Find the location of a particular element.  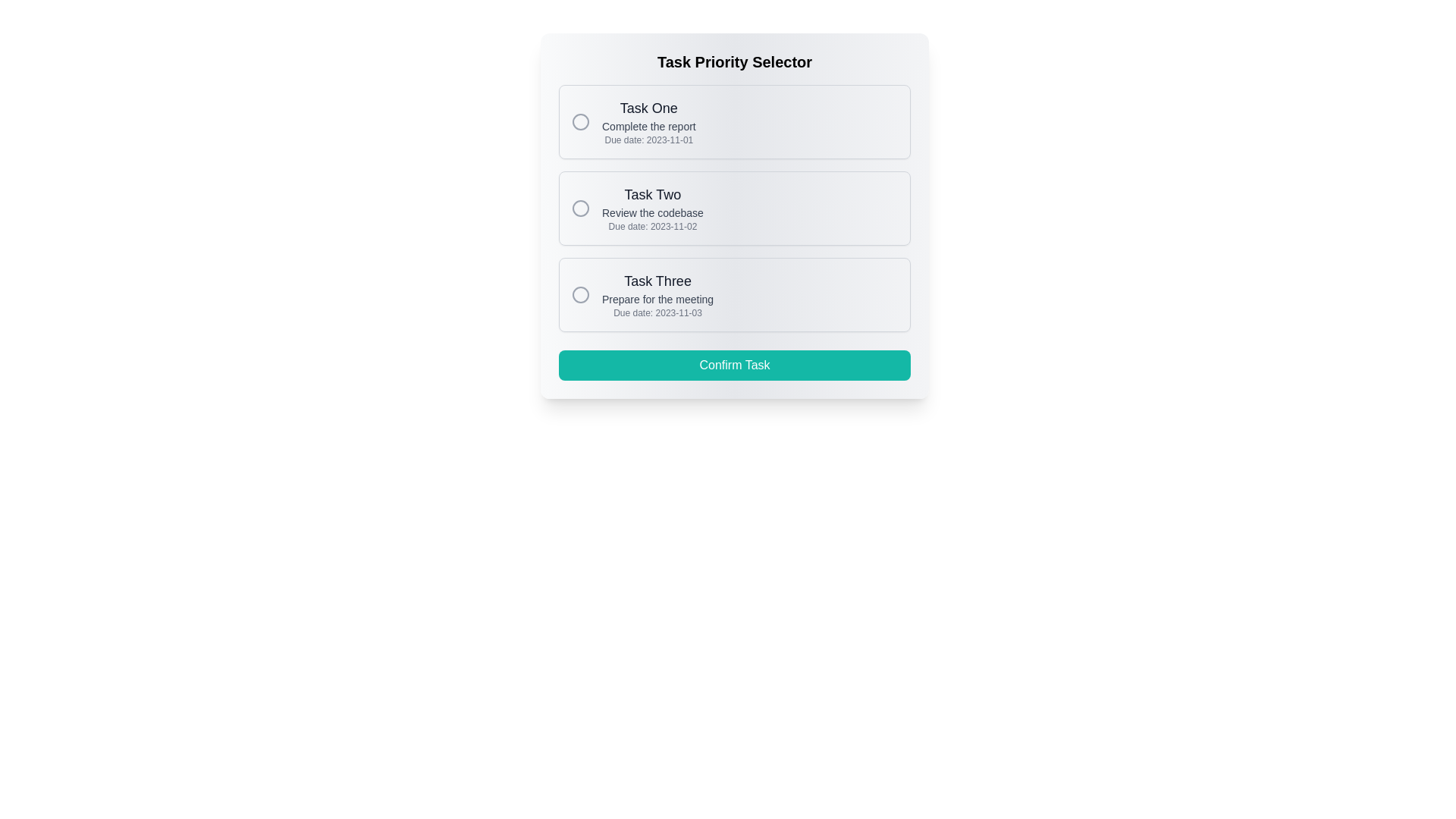

the text label containing the phrase 'Prepare for the meeting.' which is styled with a small gray font and positioned near the center-right of the interface, directly beneath 'Task Three.' is located at coordinates (657, 299).